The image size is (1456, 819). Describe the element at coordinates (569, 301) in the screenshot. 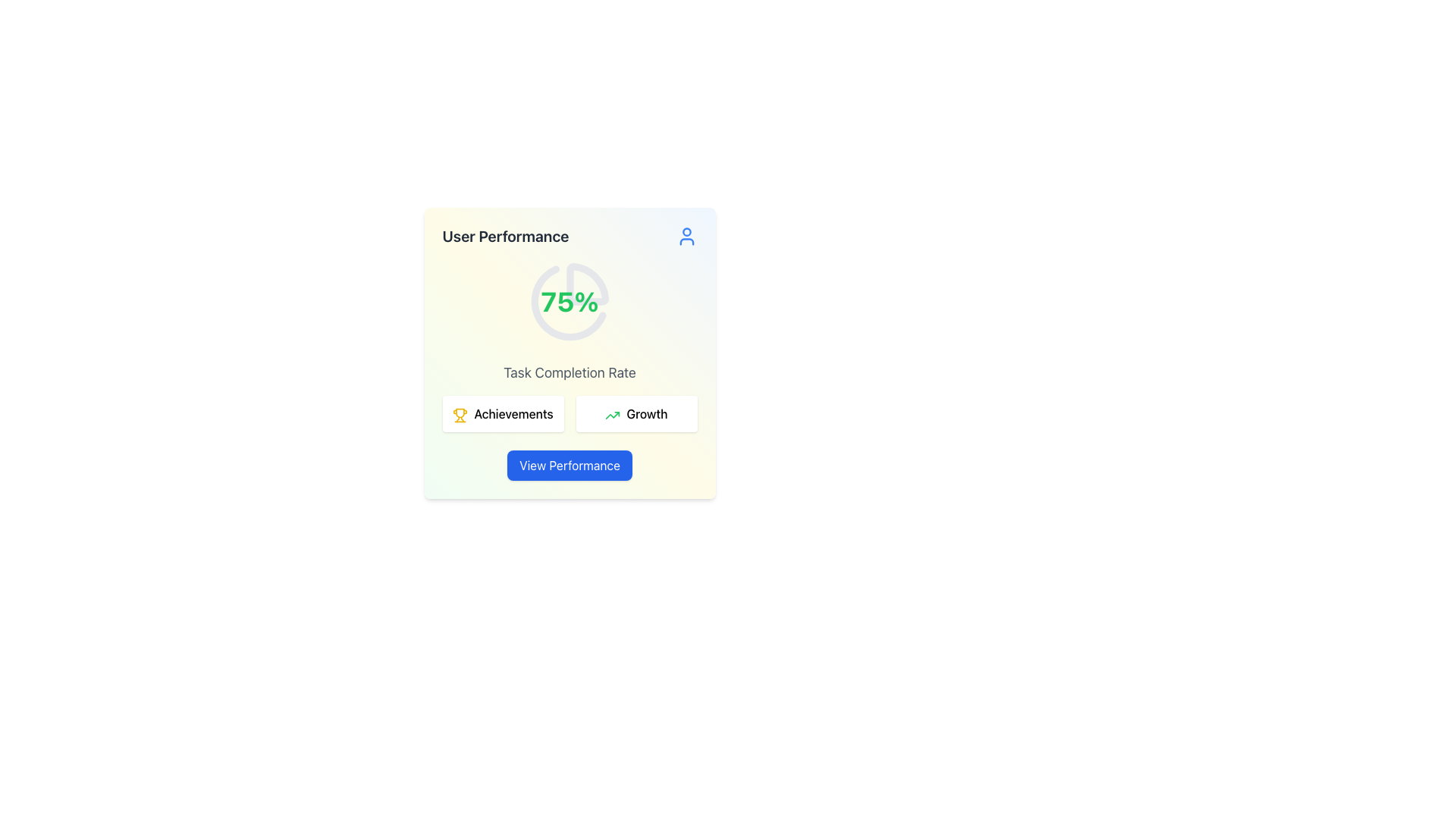

I see `the bold green text '75%' which is centered within a circular graphical context, representing a percentage indicator, in the 'User Performance' card layout` at that location.